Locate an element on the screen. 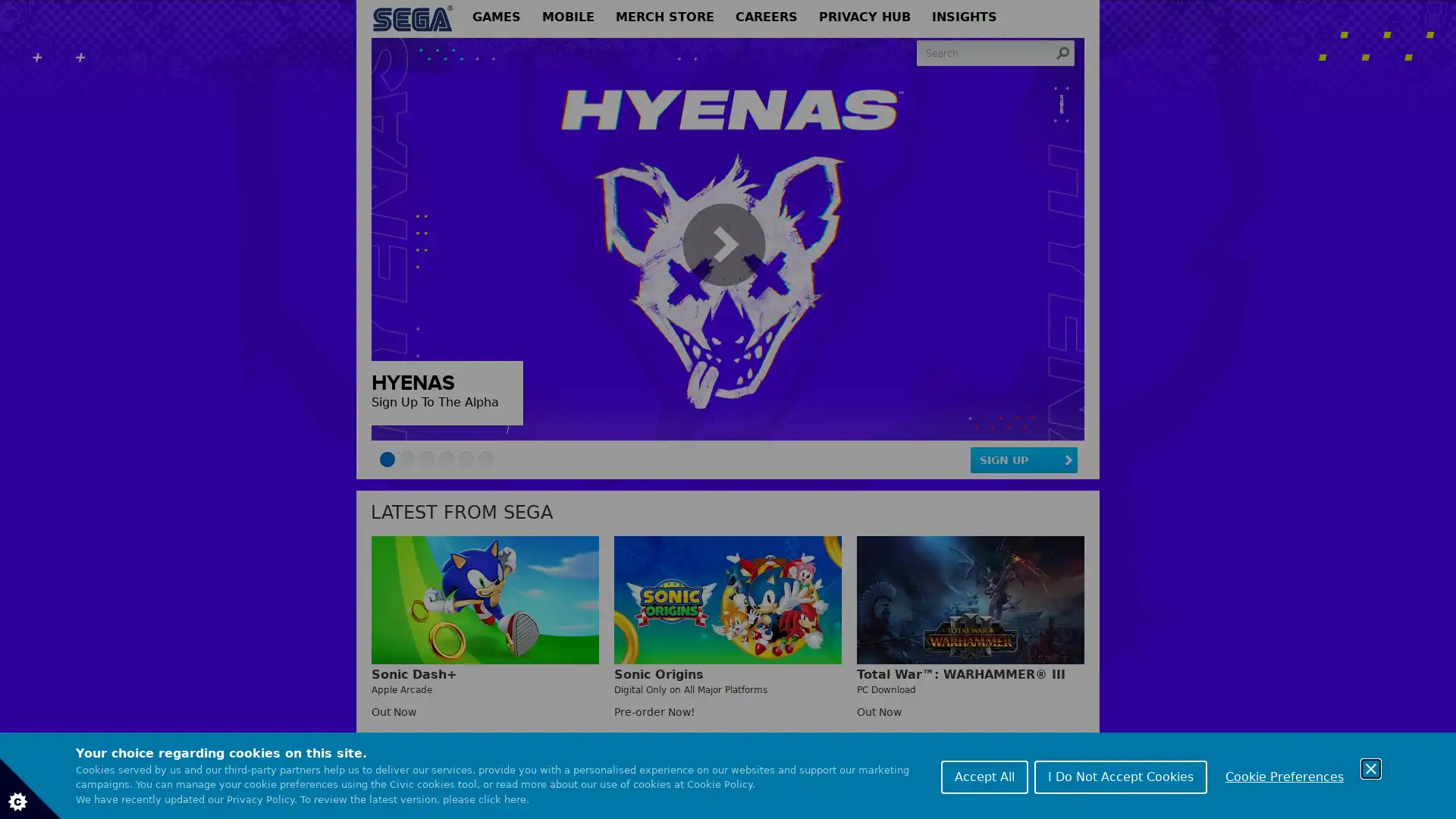  Apply is located at coordinates (1062, 52).